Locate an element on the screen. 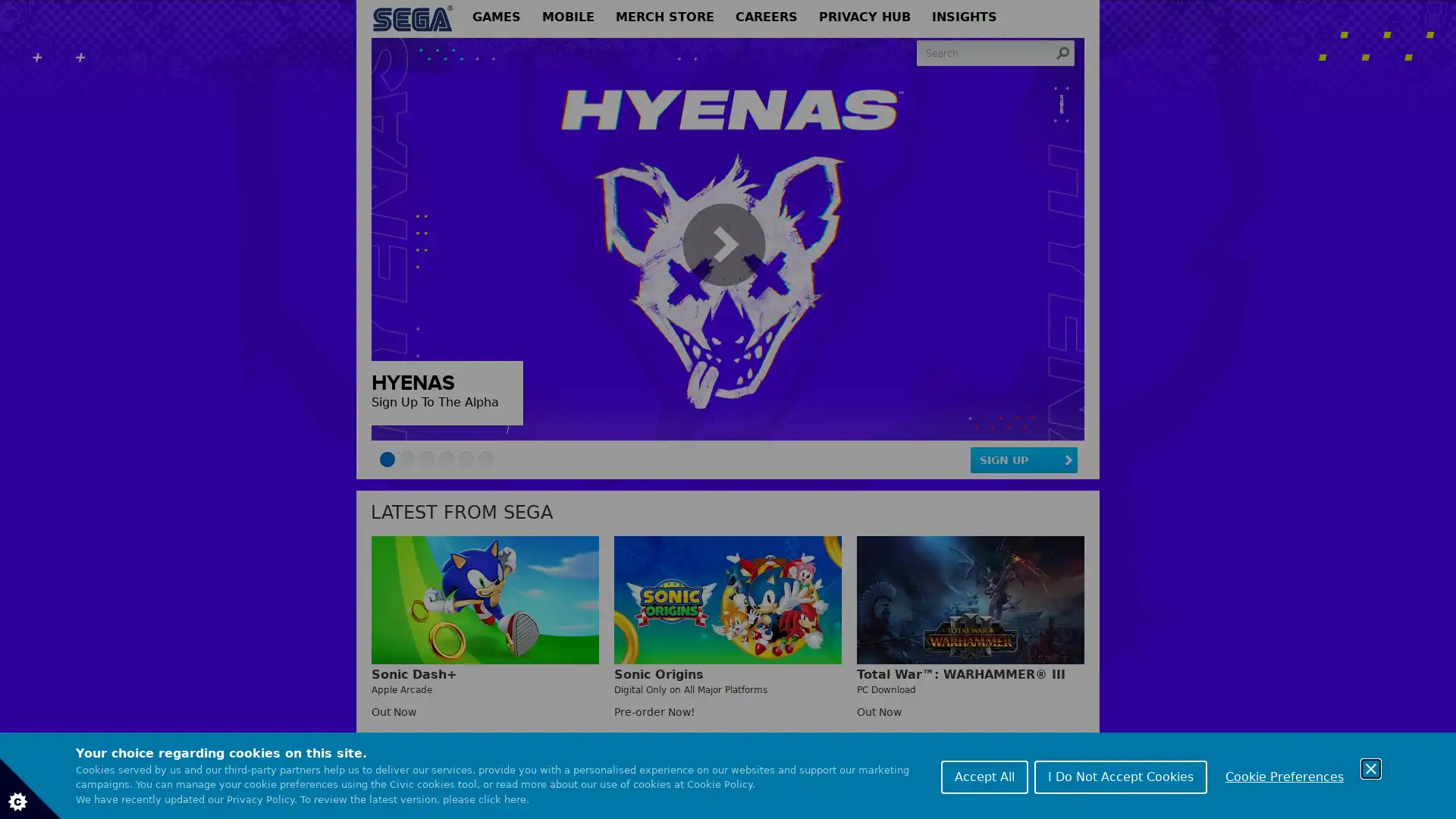  Apply is located at coordinates (1062, 52).